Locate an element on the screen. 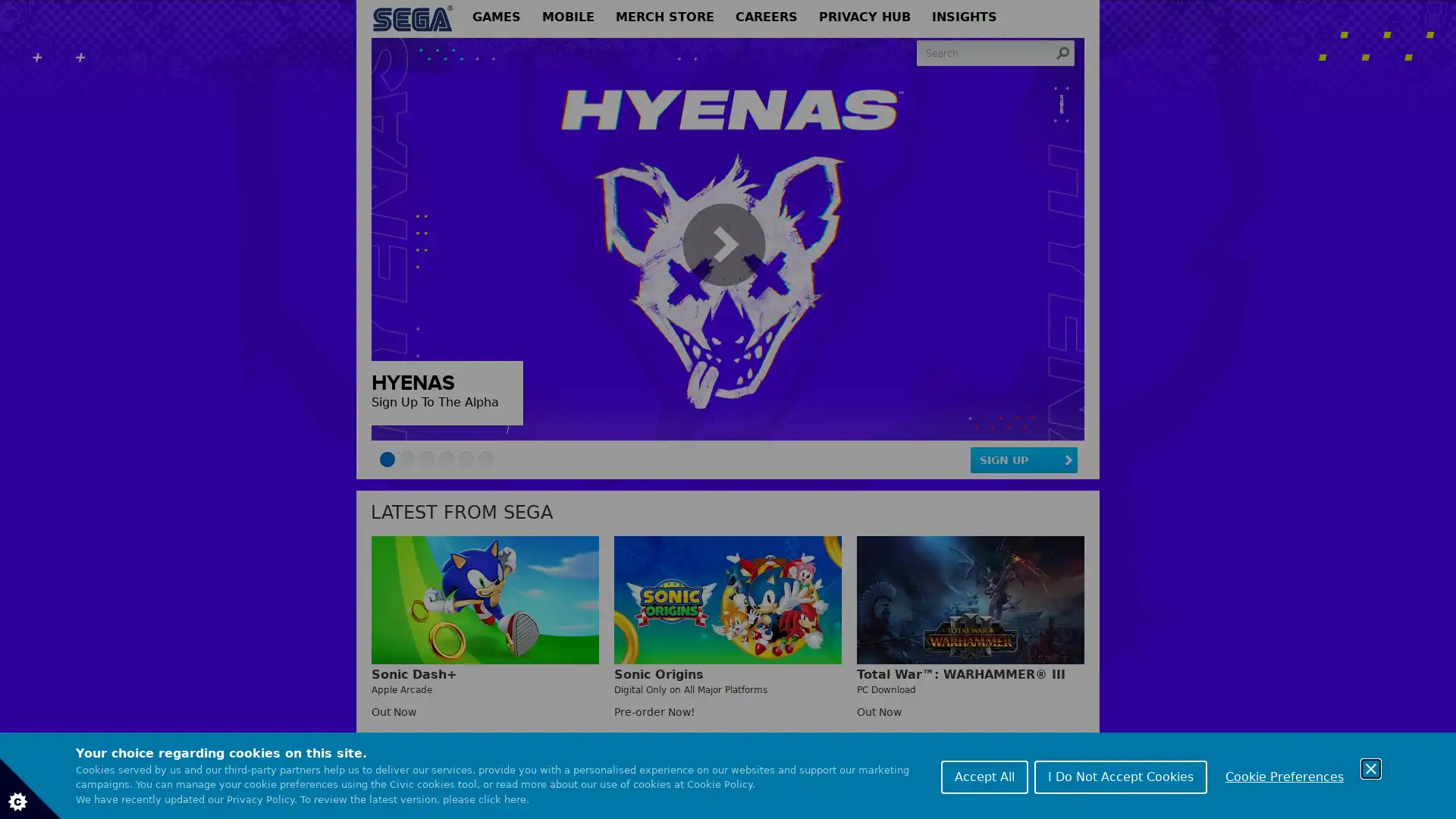  Apply is located at coordinates (1062, 52).